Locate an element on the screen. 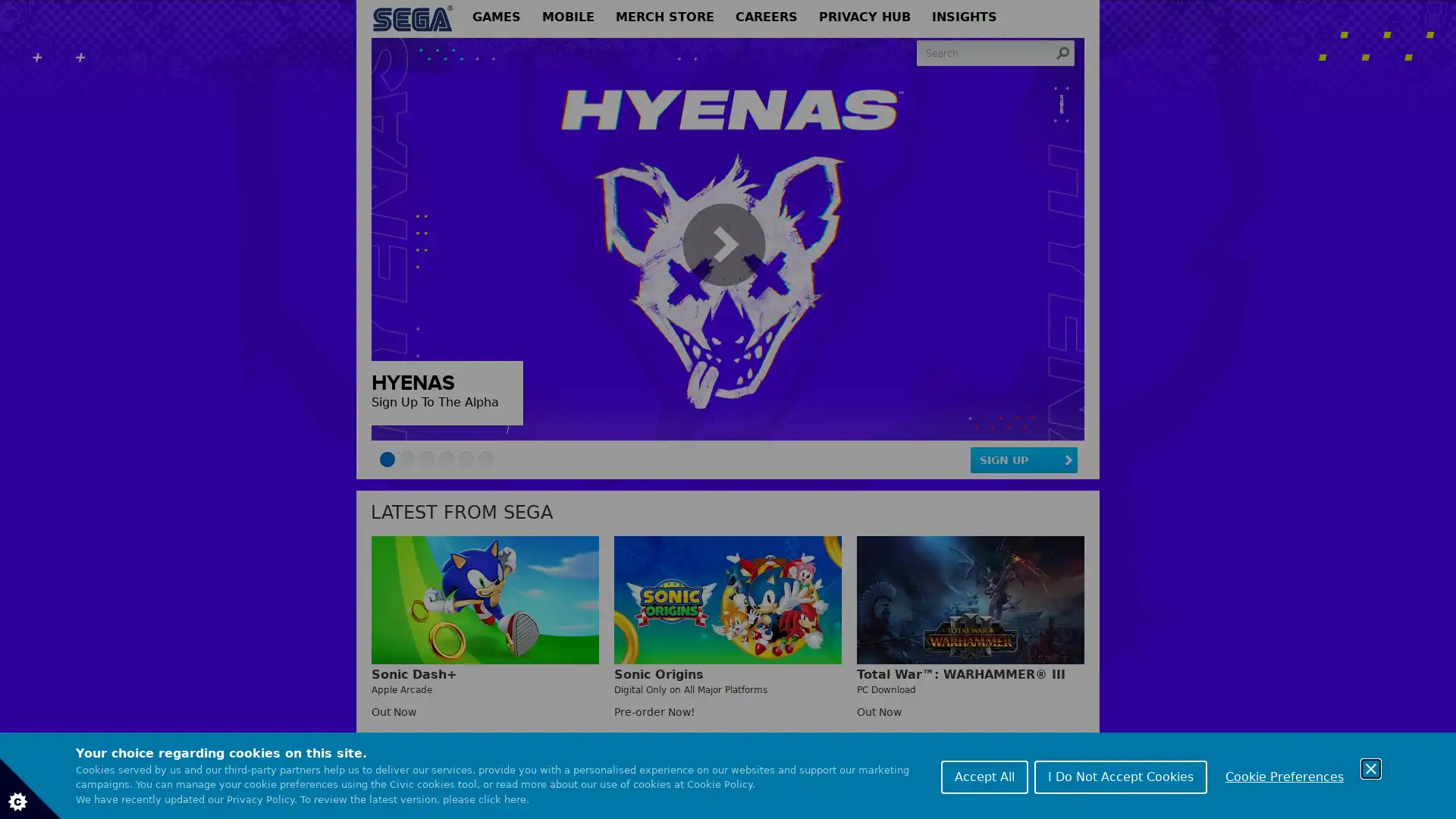  Apply is located at coordinates (1062, 52).